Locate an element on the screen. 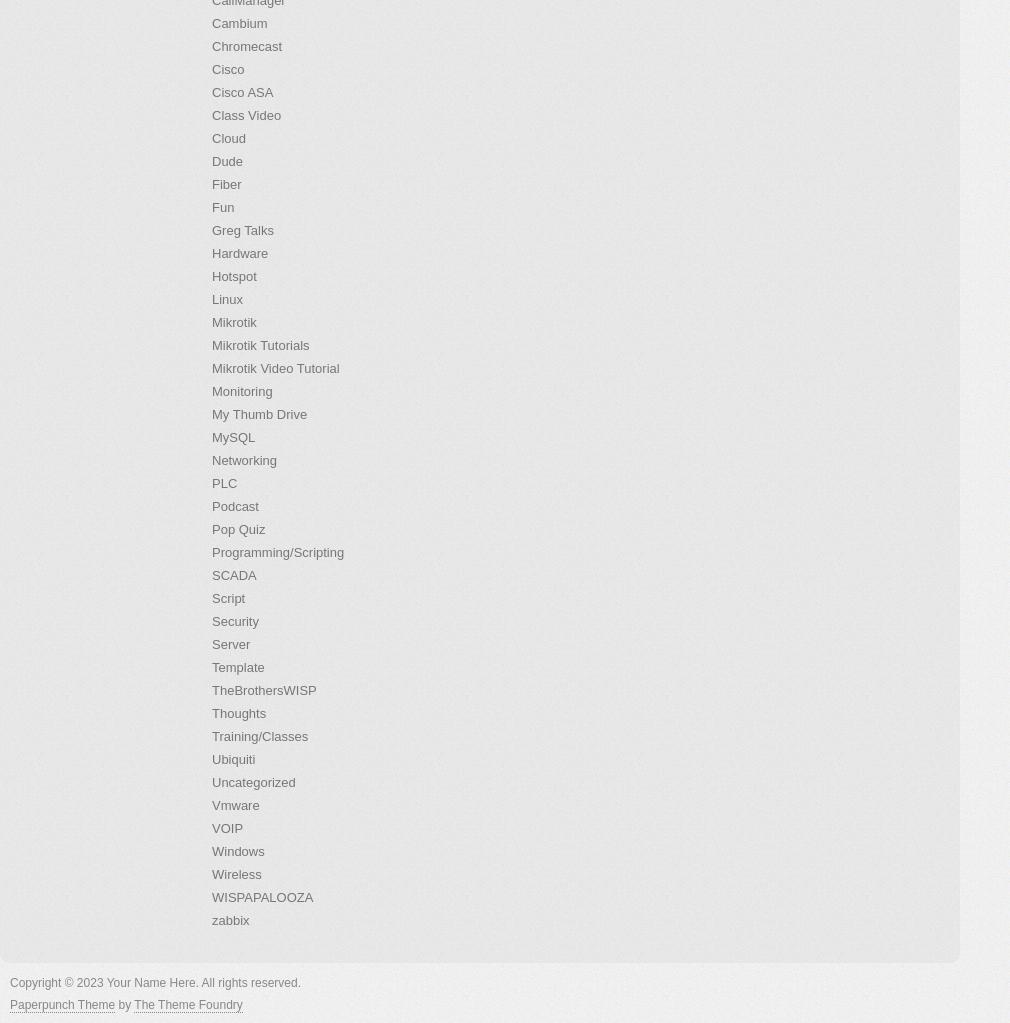 The width and height of the screenshot is (1010, 1023). 'Dude' is located at coordinates (226, 161).